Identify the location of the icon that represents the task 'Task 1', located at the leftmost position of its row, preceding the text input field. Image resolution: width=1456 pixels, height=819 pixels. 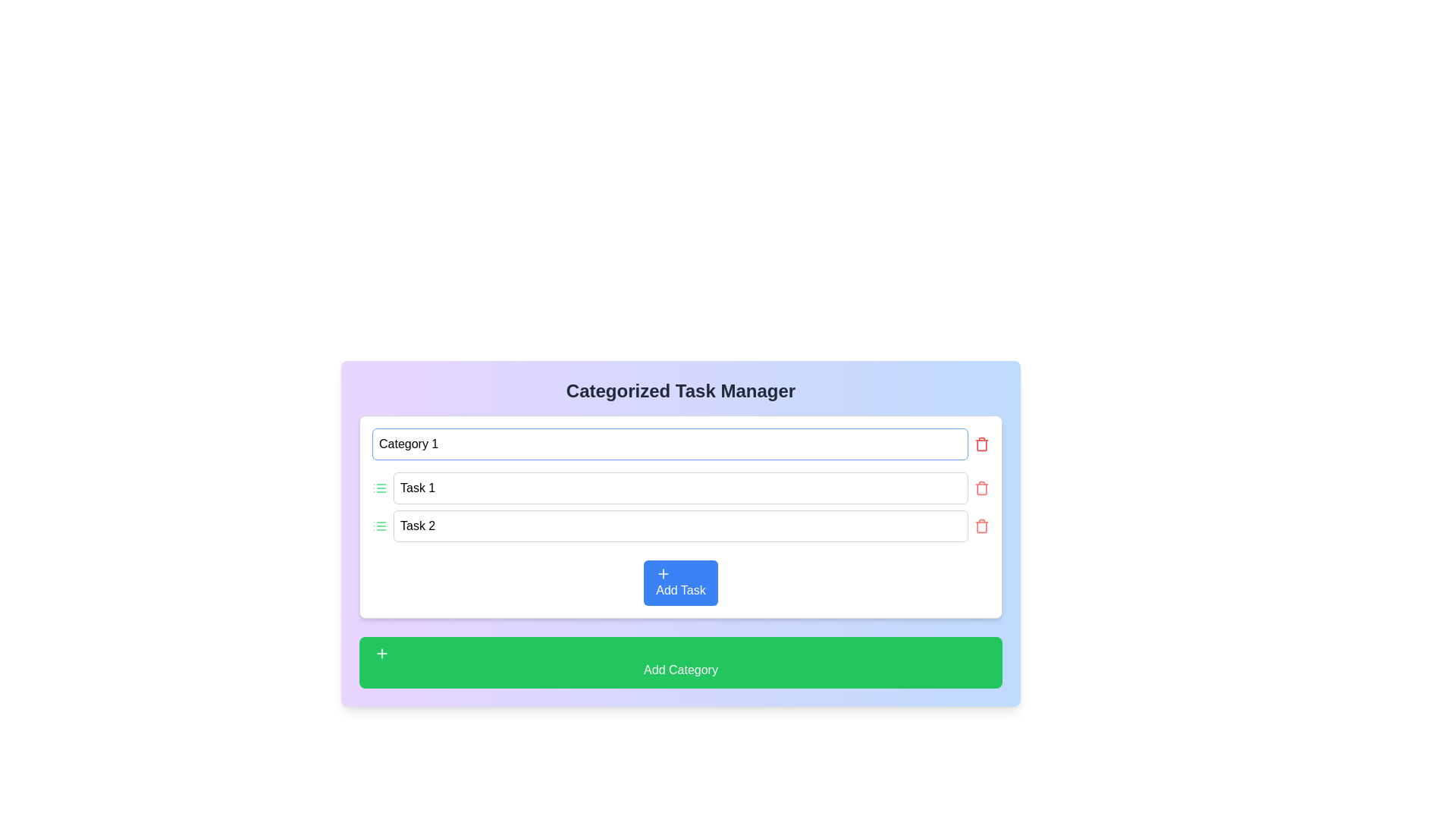
(379, 488).